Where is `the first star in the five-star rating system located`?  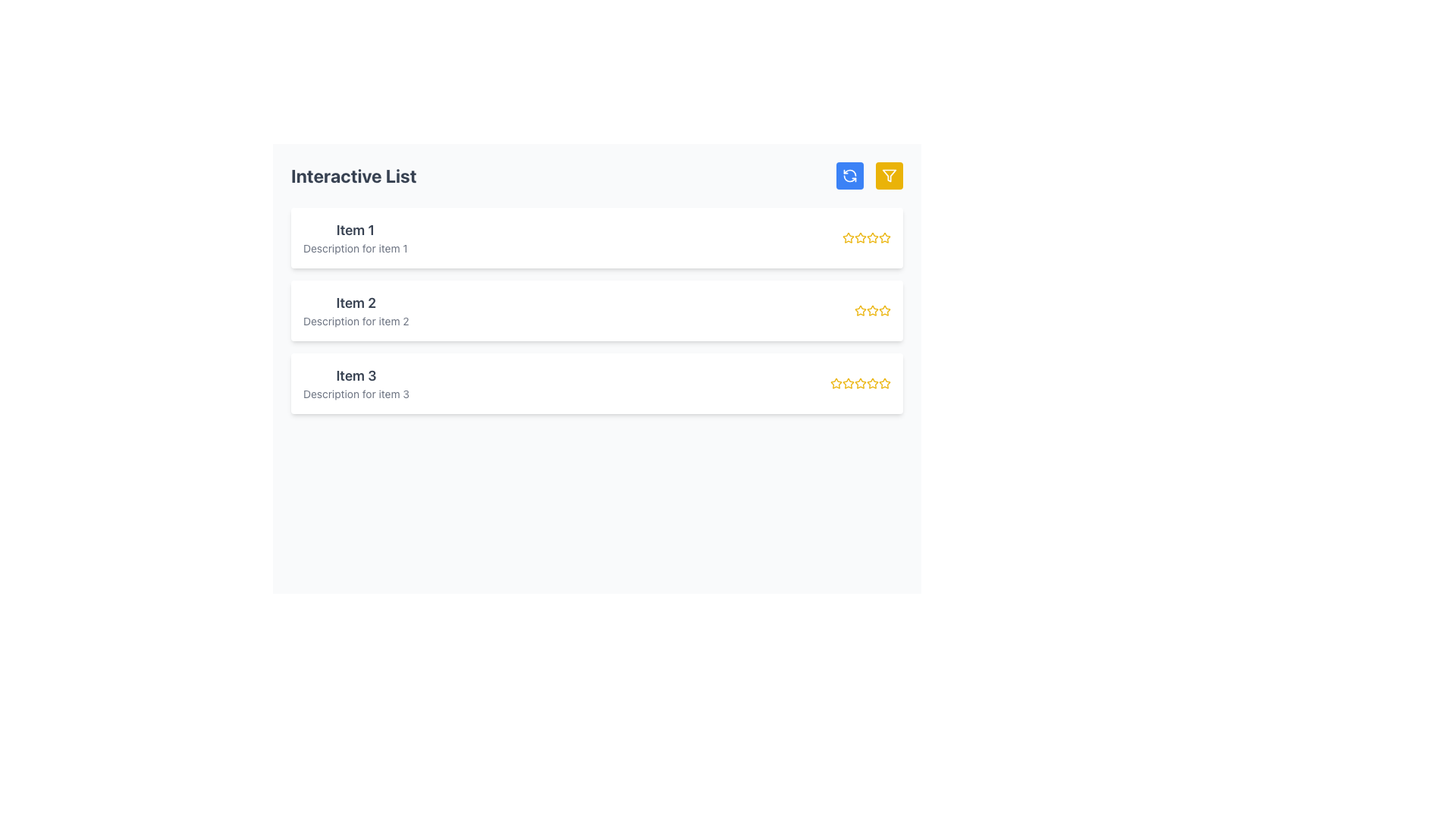
the first star in the five-star rating system located is located at coordinates (860, 309).